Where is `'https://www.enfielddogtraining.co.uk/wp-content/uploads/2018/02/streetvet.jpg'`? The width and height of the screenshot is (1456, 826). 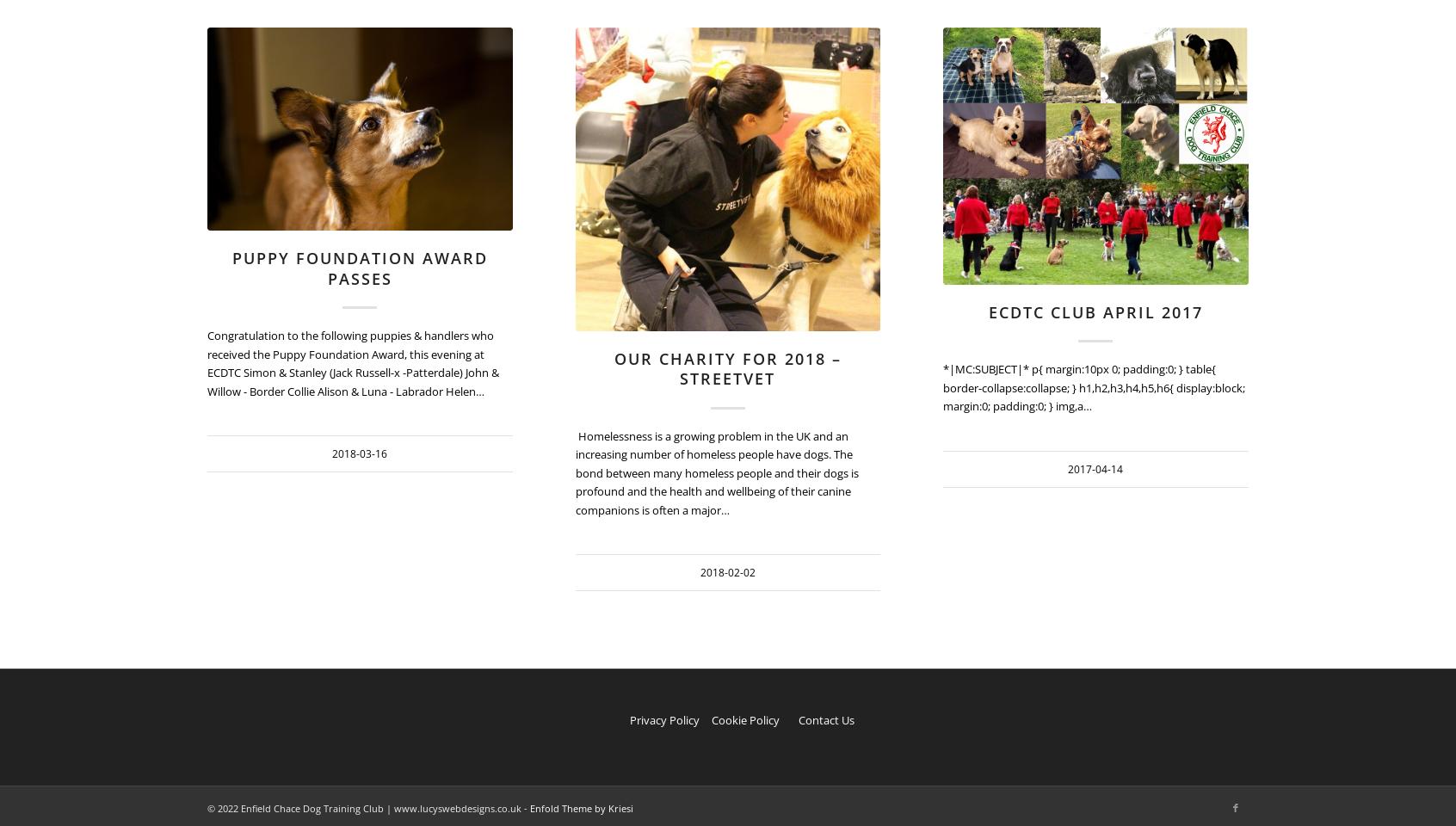 'https://www.enfielddogtraining.co.uk/wp-content/uploads/2018/02/streetvet.jpg' is located at coordinates (987, 44).